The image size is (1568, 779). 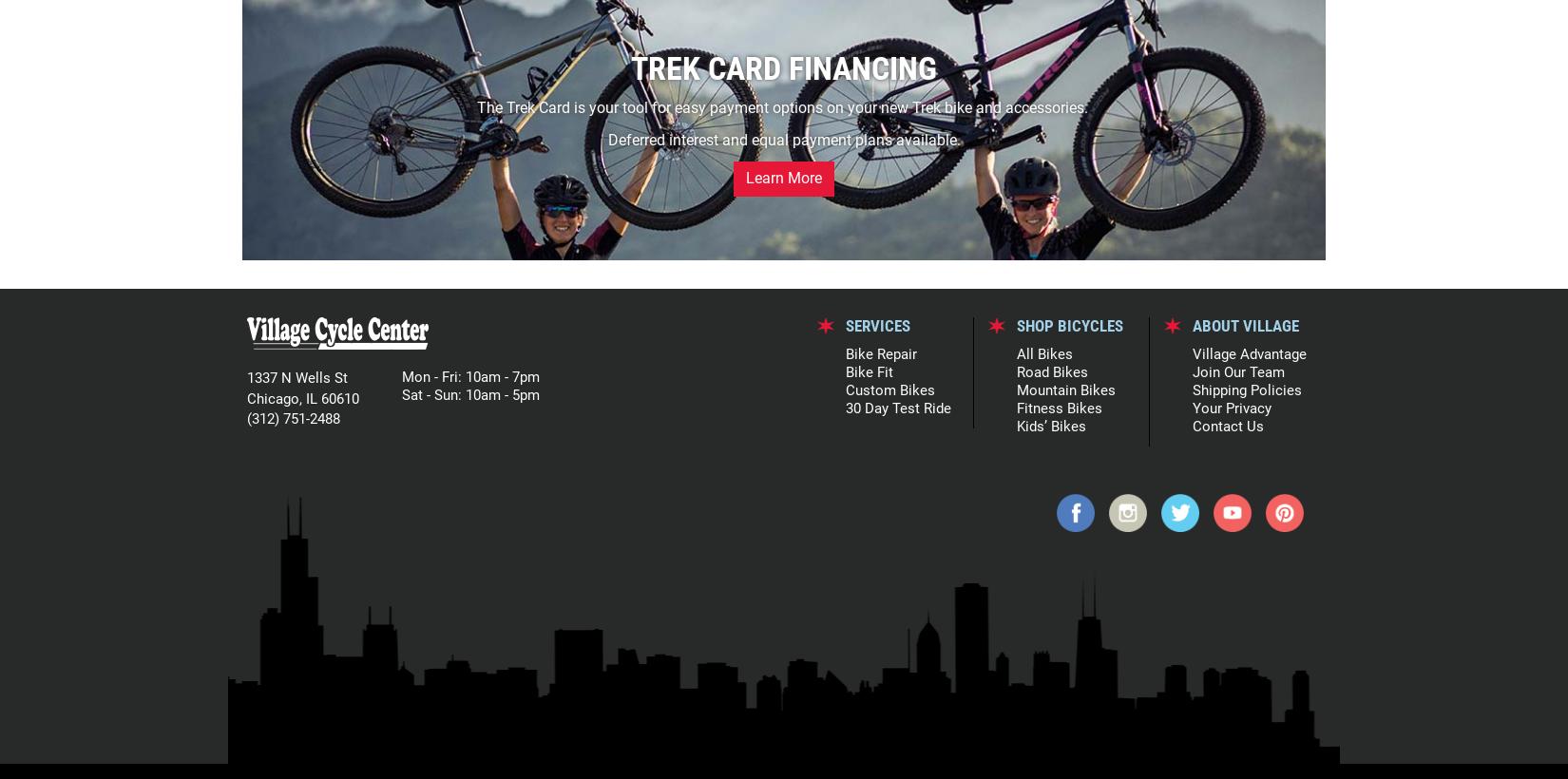 I want to click on 'Deferred interest and equal payment plans available.', so click(x=606, y=138).